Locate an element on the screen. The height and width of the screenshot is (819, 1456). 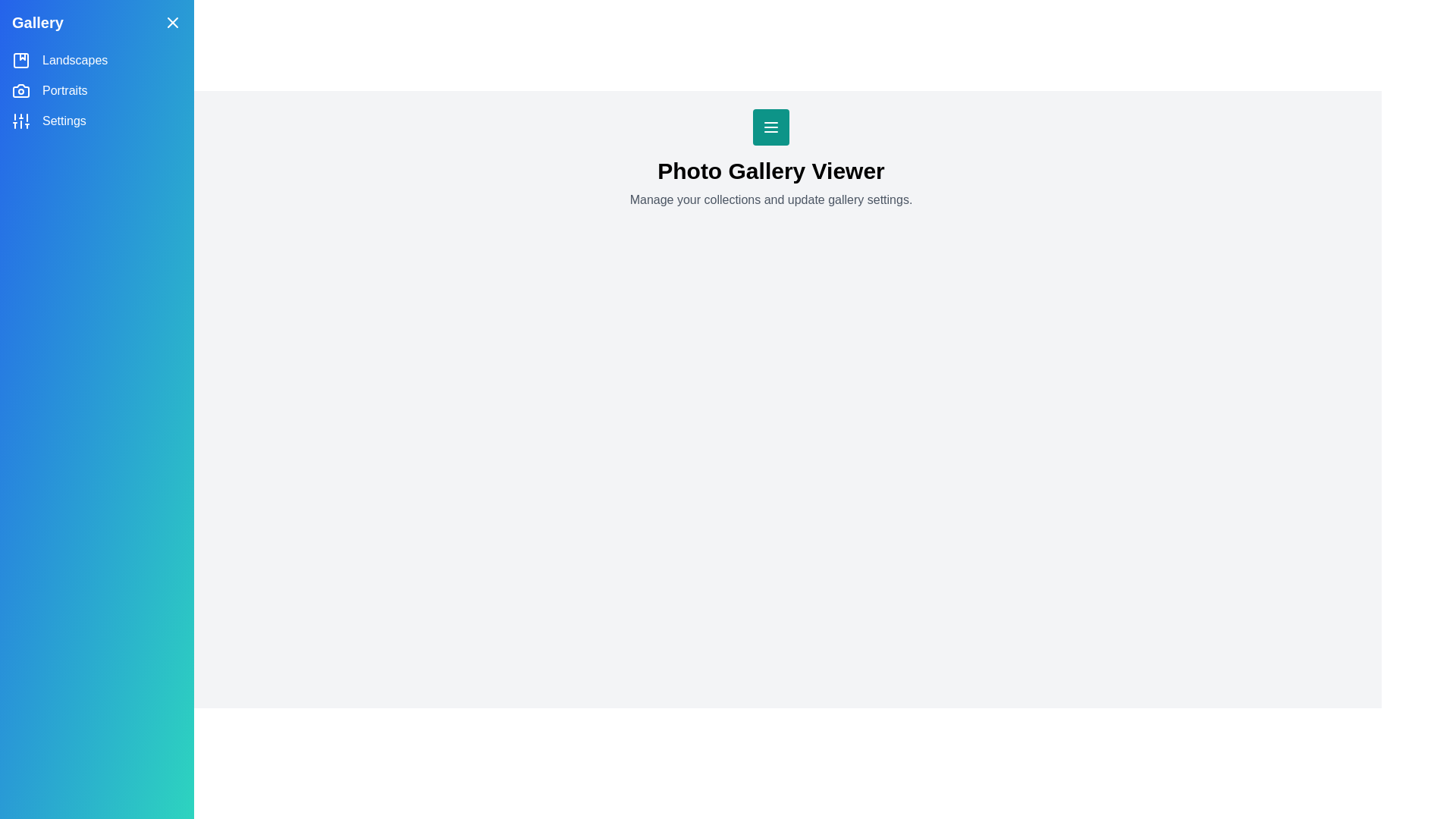
the category Settings from the side drawer menu is located at coordinates (96, 120).